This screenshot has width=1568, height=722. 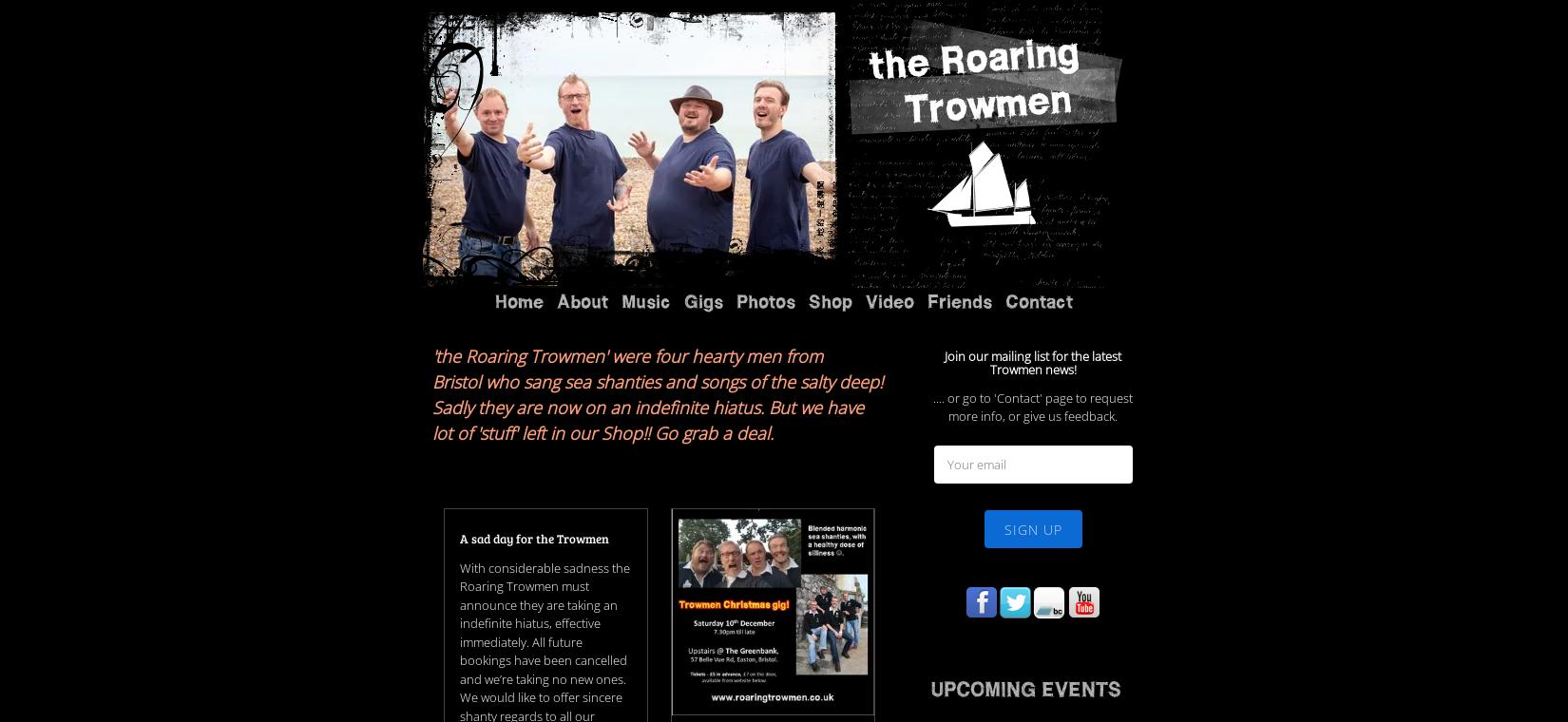 What do you see at coordinates (532, 302) in the screenshot?
I see `'A sad day for the Trowmen'` at bounding box center [532, 302].